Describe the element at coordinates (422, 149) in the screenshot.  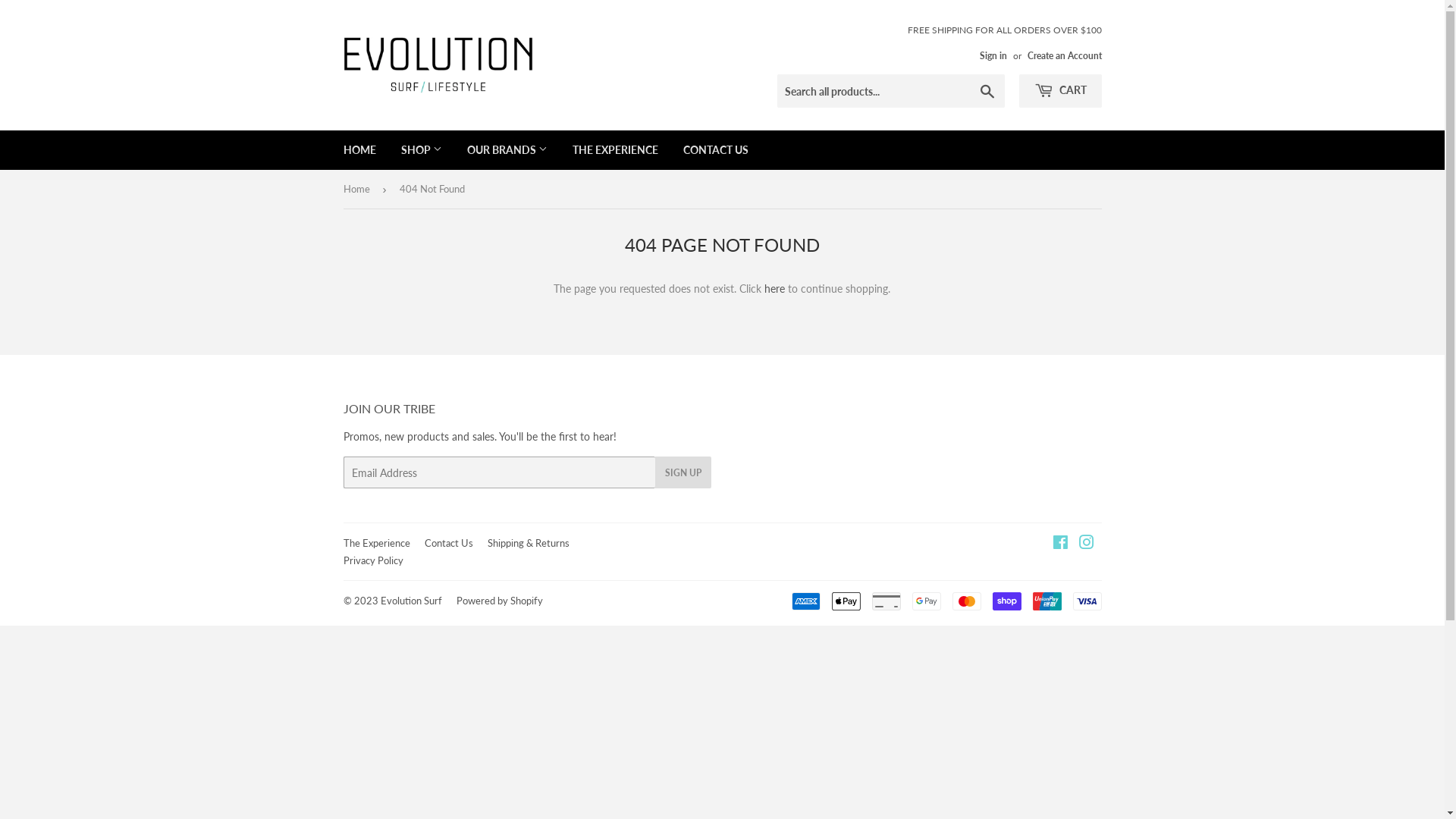
I see `'SHOP'` at that location.